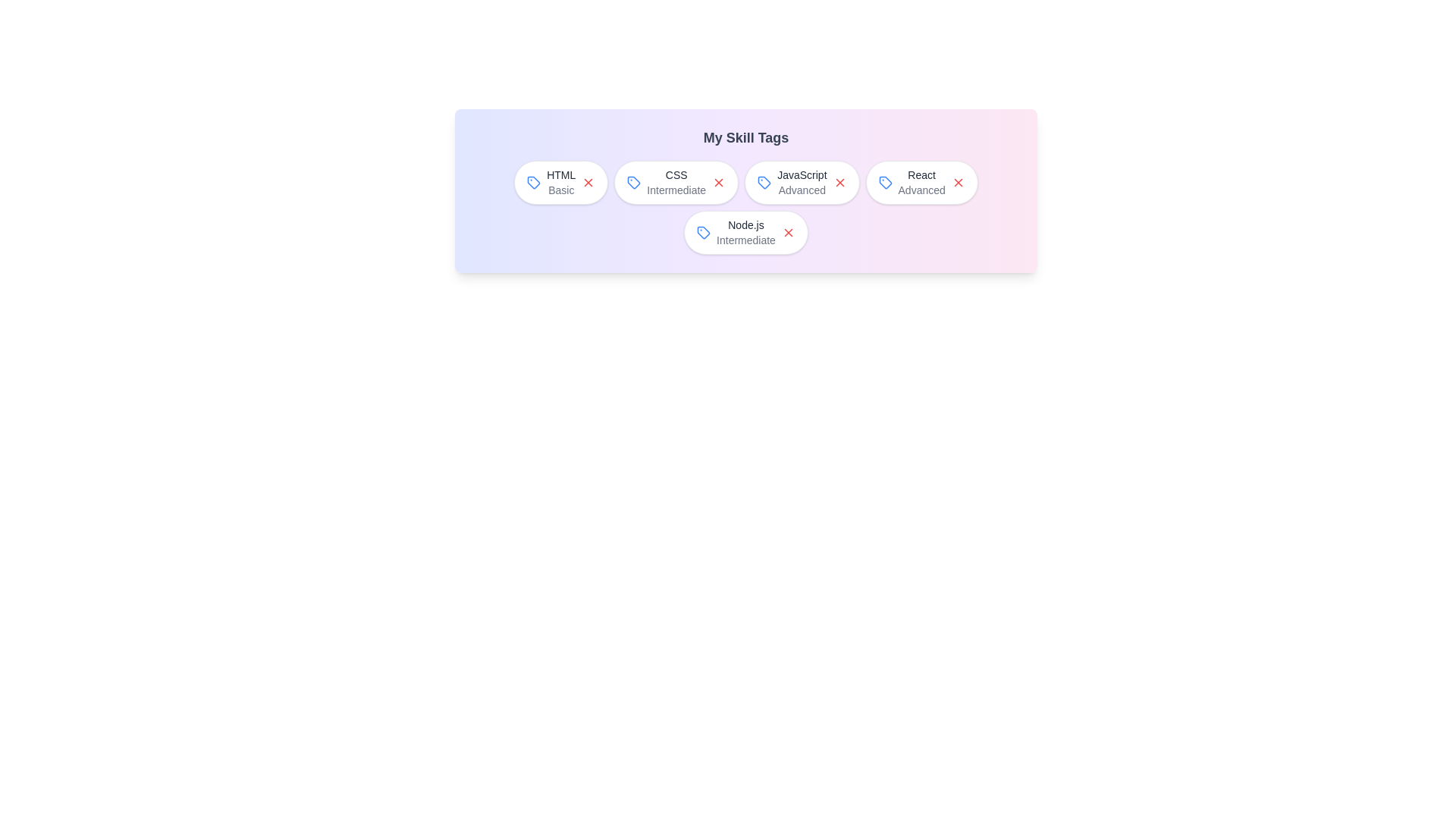  Describe the element at coordinates (788, 233) in the screenshot. I see `close button of the skill tag with label Node.js` at that location.